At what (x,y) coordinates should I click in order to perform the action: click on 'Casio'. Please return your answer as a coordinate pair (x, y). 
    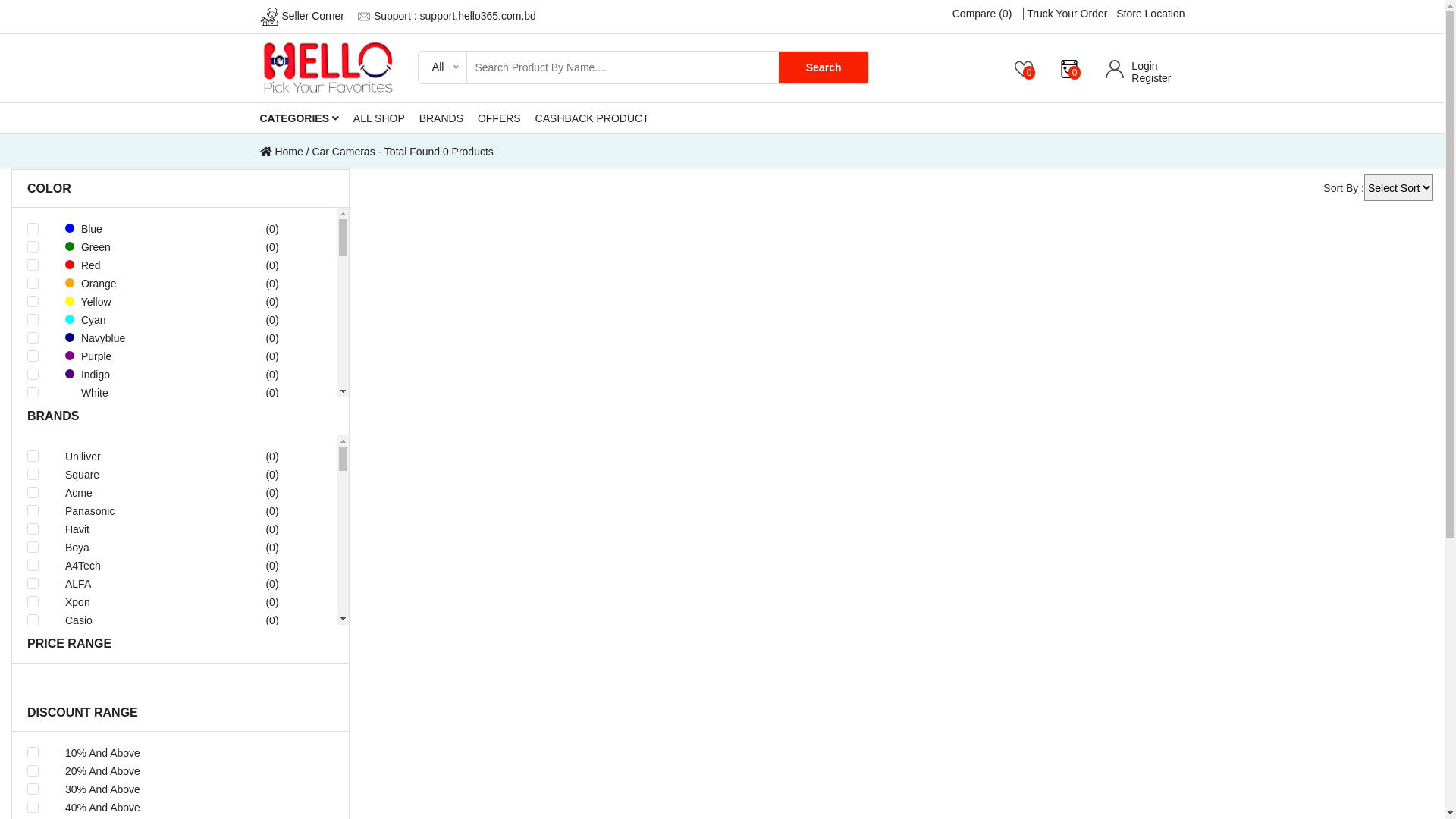
    Looking at the image, I should click on (42, 620).